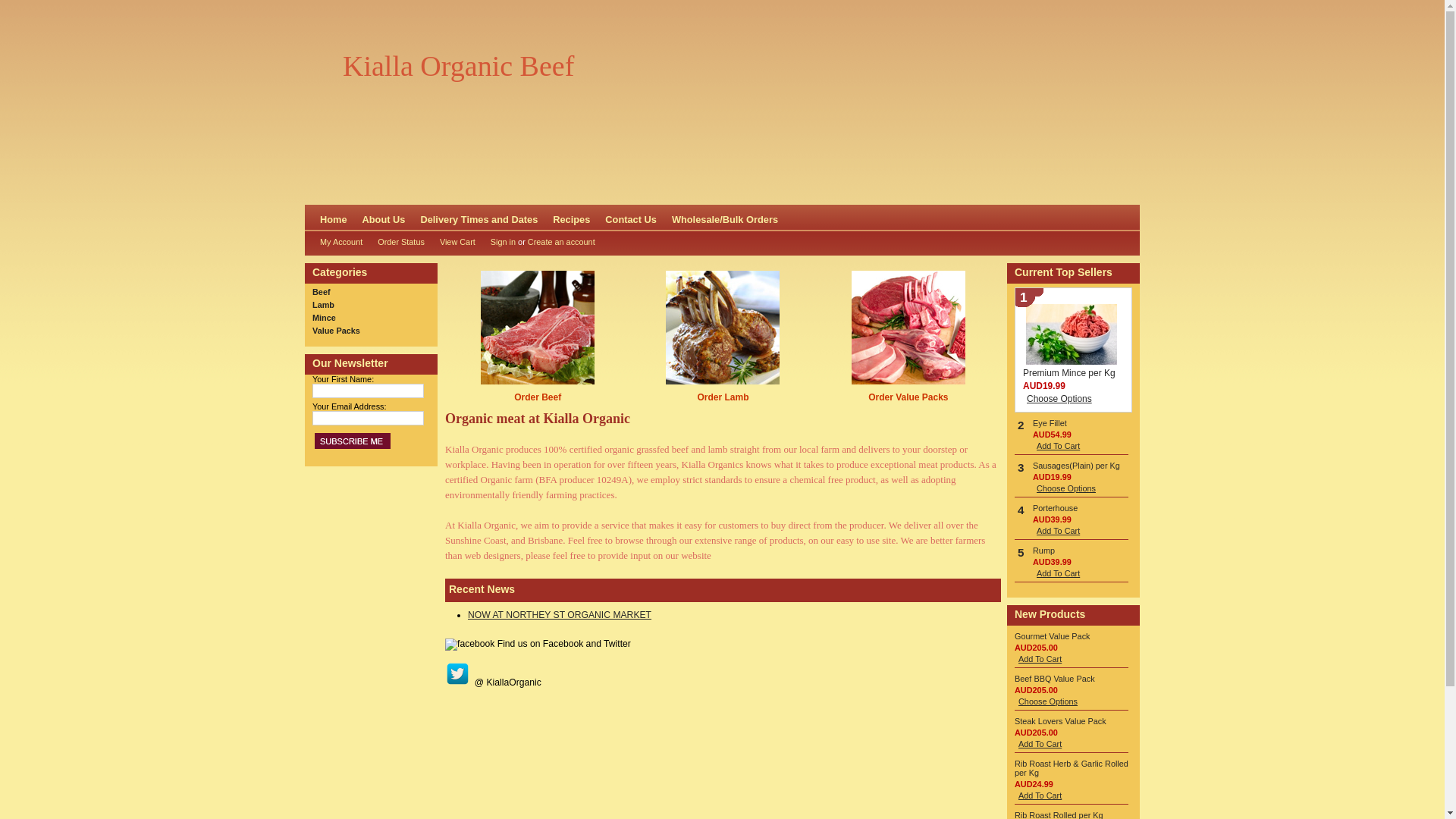 The height and width of the screenshot is (819, 1456). I want to click on 'Mince', so click(312, 317).